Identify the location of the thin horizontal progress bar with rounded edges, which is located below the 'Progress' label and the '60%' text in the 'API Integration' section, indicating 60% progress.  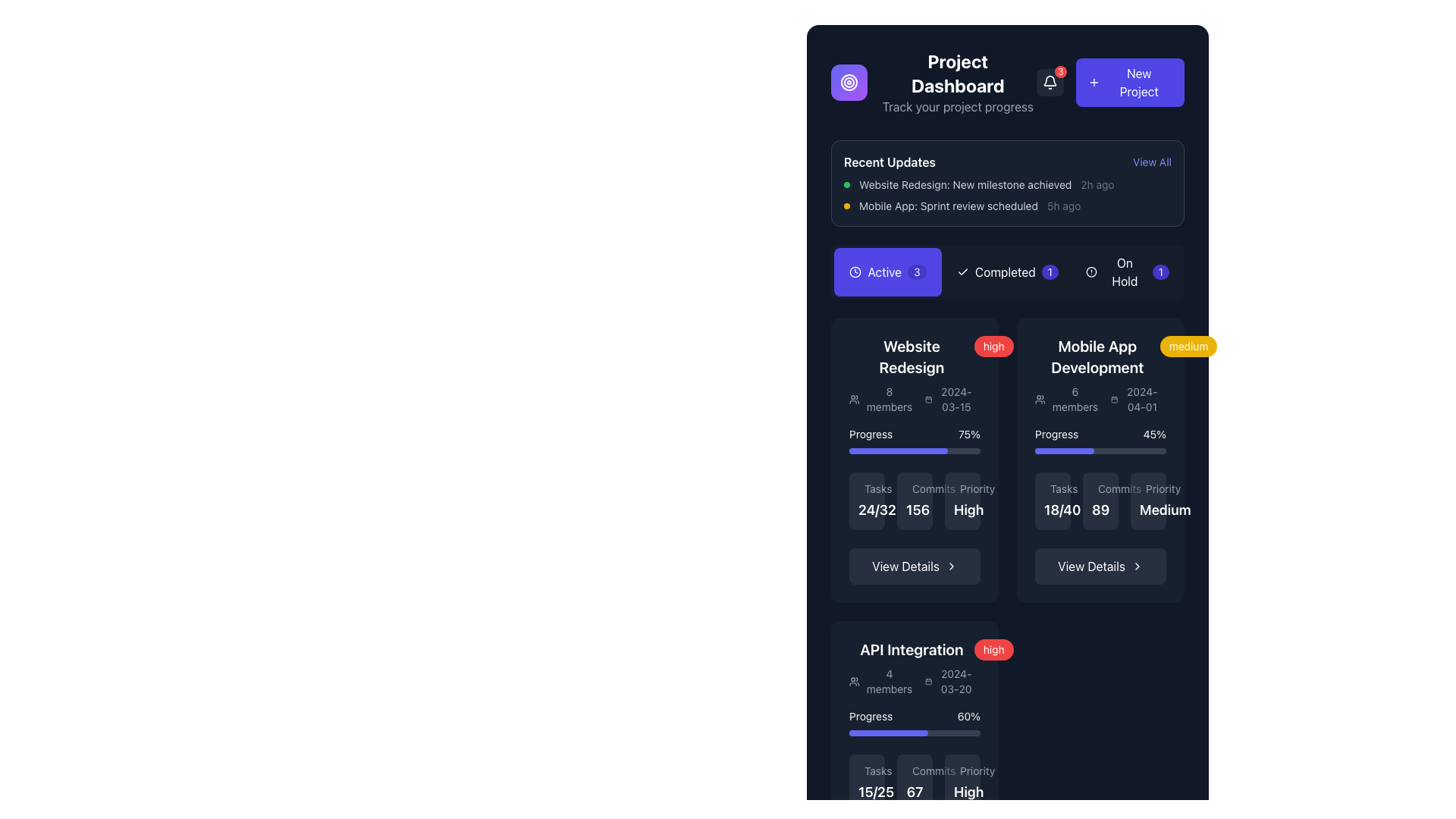
(914, 733).